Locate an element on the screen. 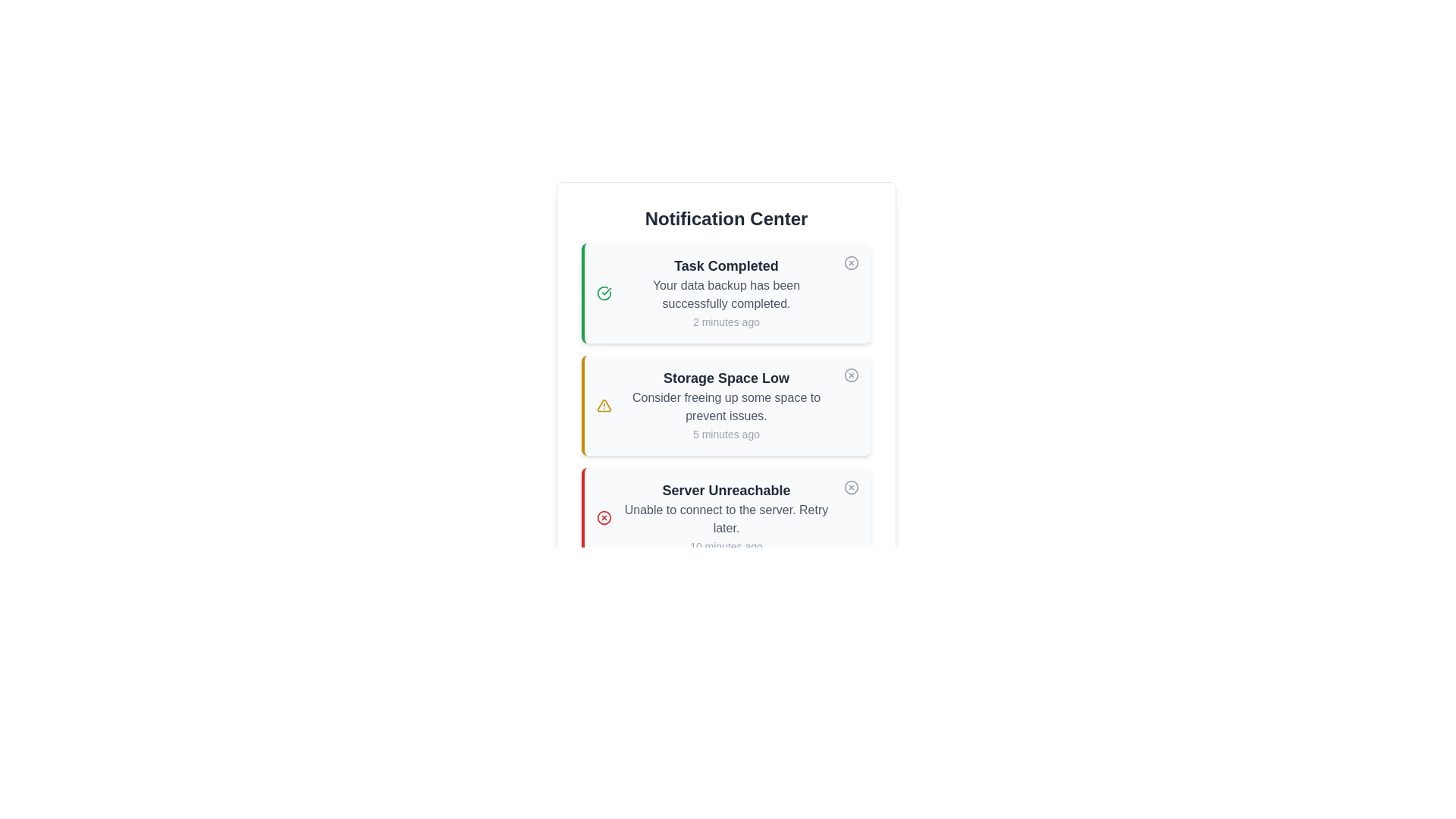  the error or warning icon located on the left side of the 'Server Unreachable' notification item is located at coordinates (603, 516).